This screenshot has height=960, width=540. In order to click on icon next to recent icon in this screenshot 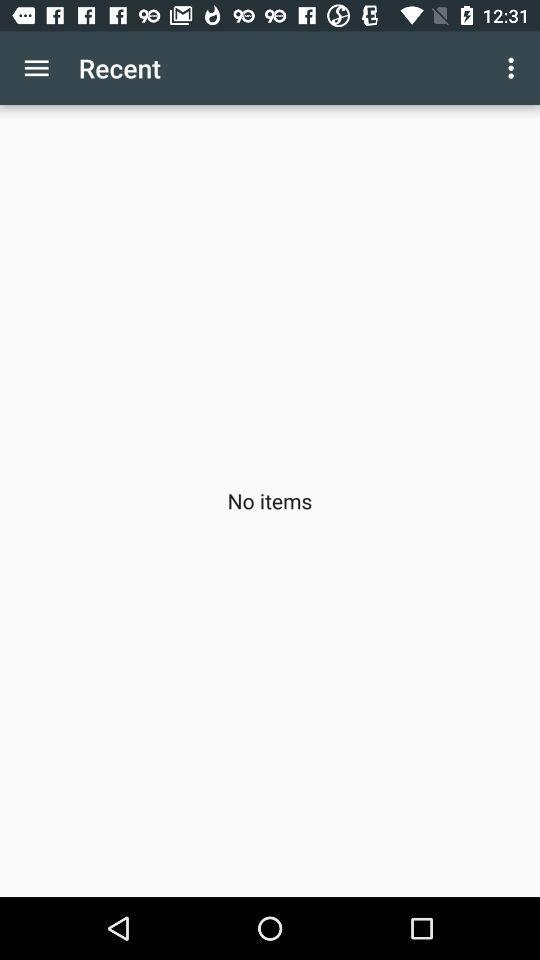, I will do `click(513, 68)`.